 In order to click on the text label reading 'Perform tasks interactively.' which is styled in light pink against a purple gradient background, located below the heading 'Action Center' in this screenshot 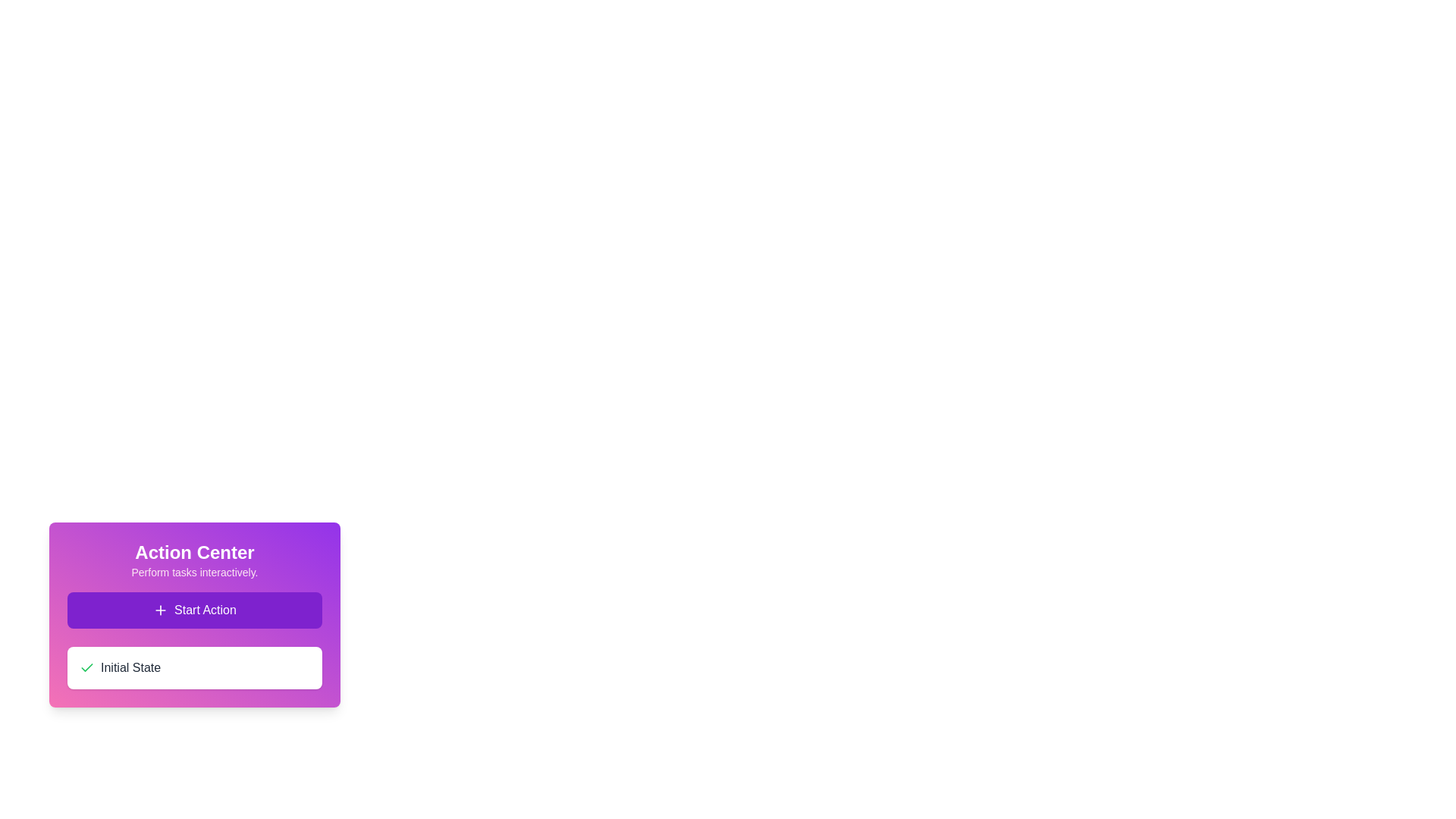, I will do `click(194, 573)`.